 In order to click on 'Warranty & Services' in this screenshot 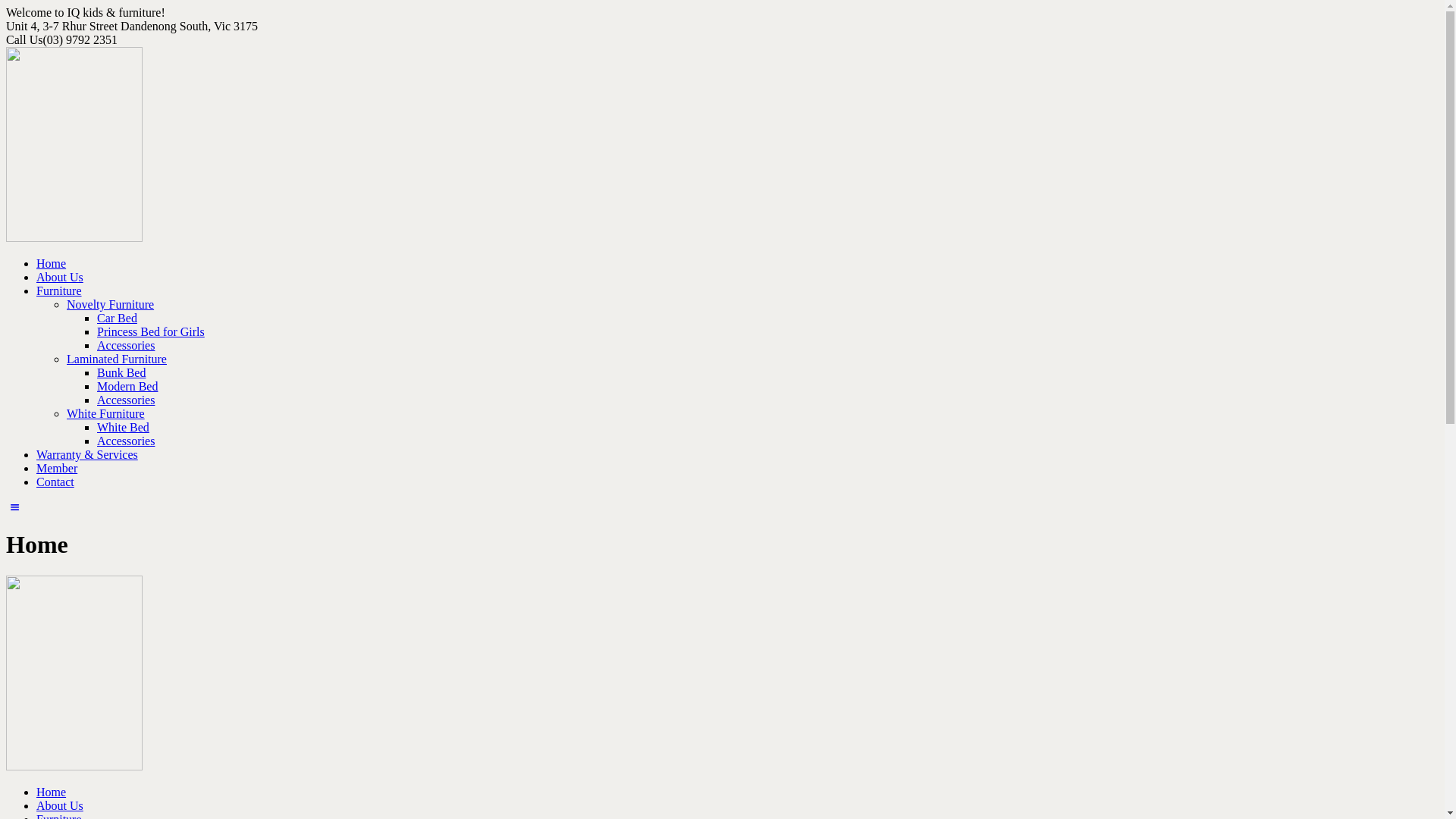, I will do `click(86, 453)`.